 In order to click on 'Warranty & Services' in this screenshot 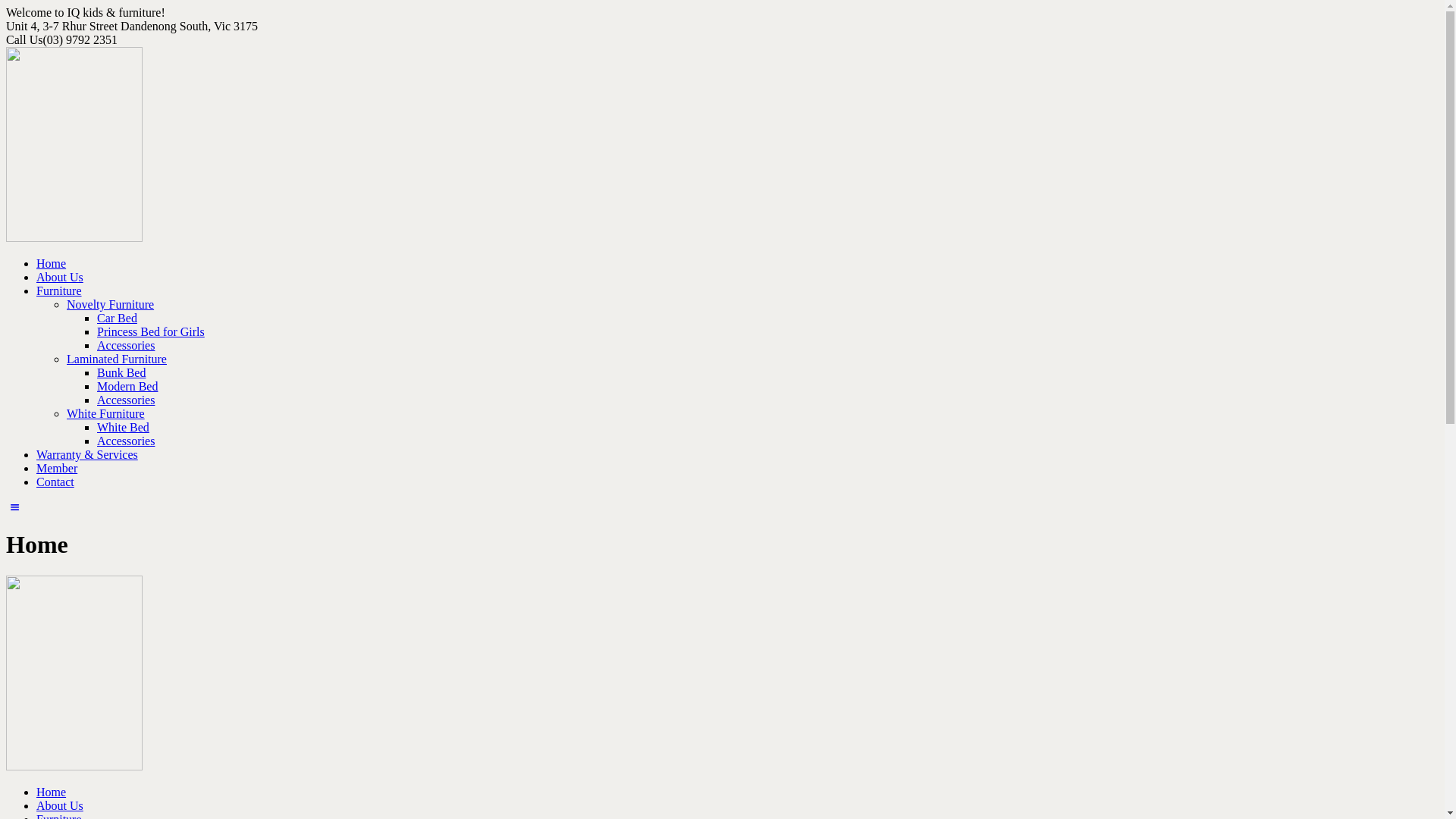, I will do `click(86, 453)`.